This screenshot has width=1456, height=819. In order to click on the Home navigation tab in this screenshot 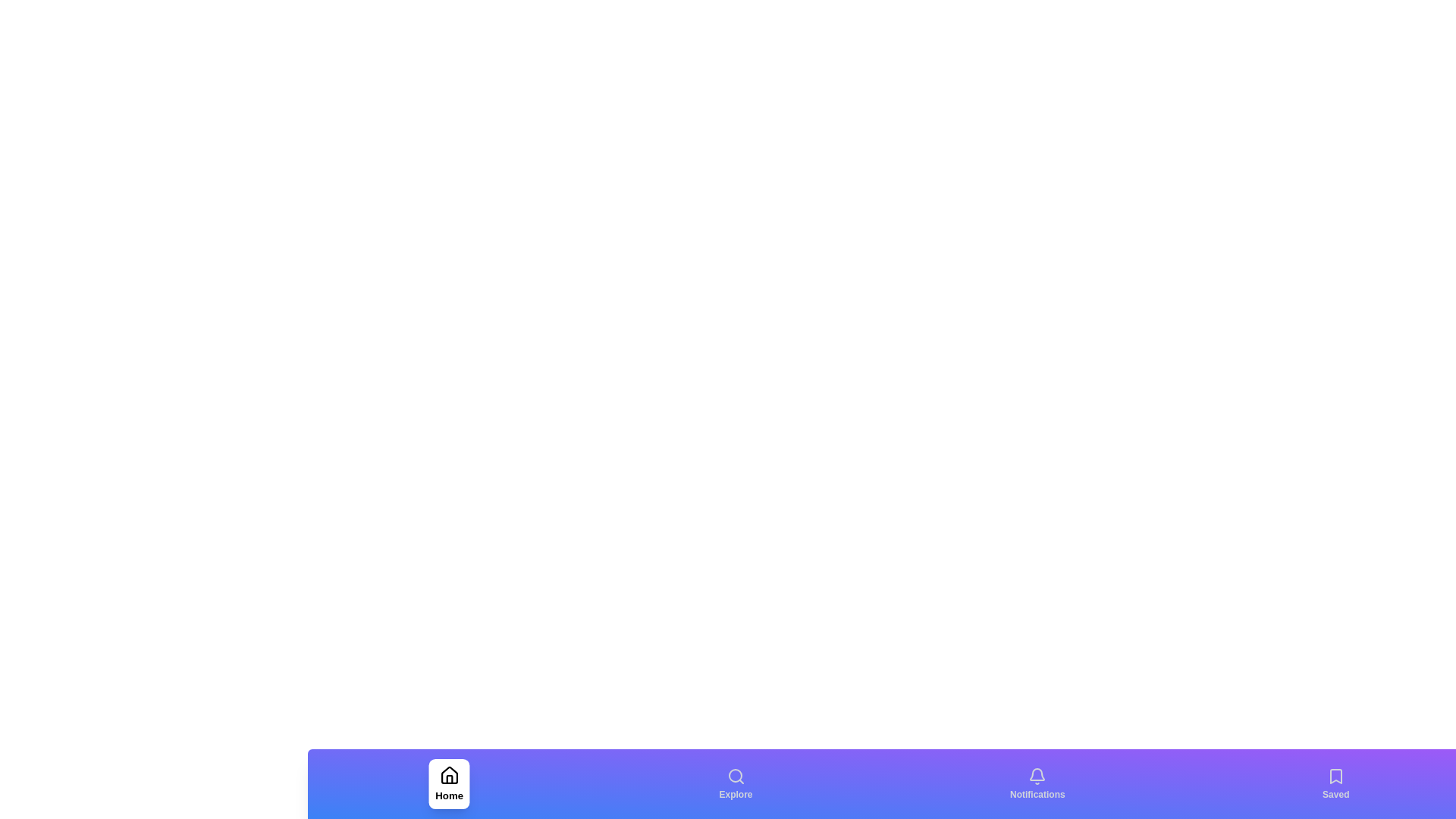, I will do `click(448, 783)`.